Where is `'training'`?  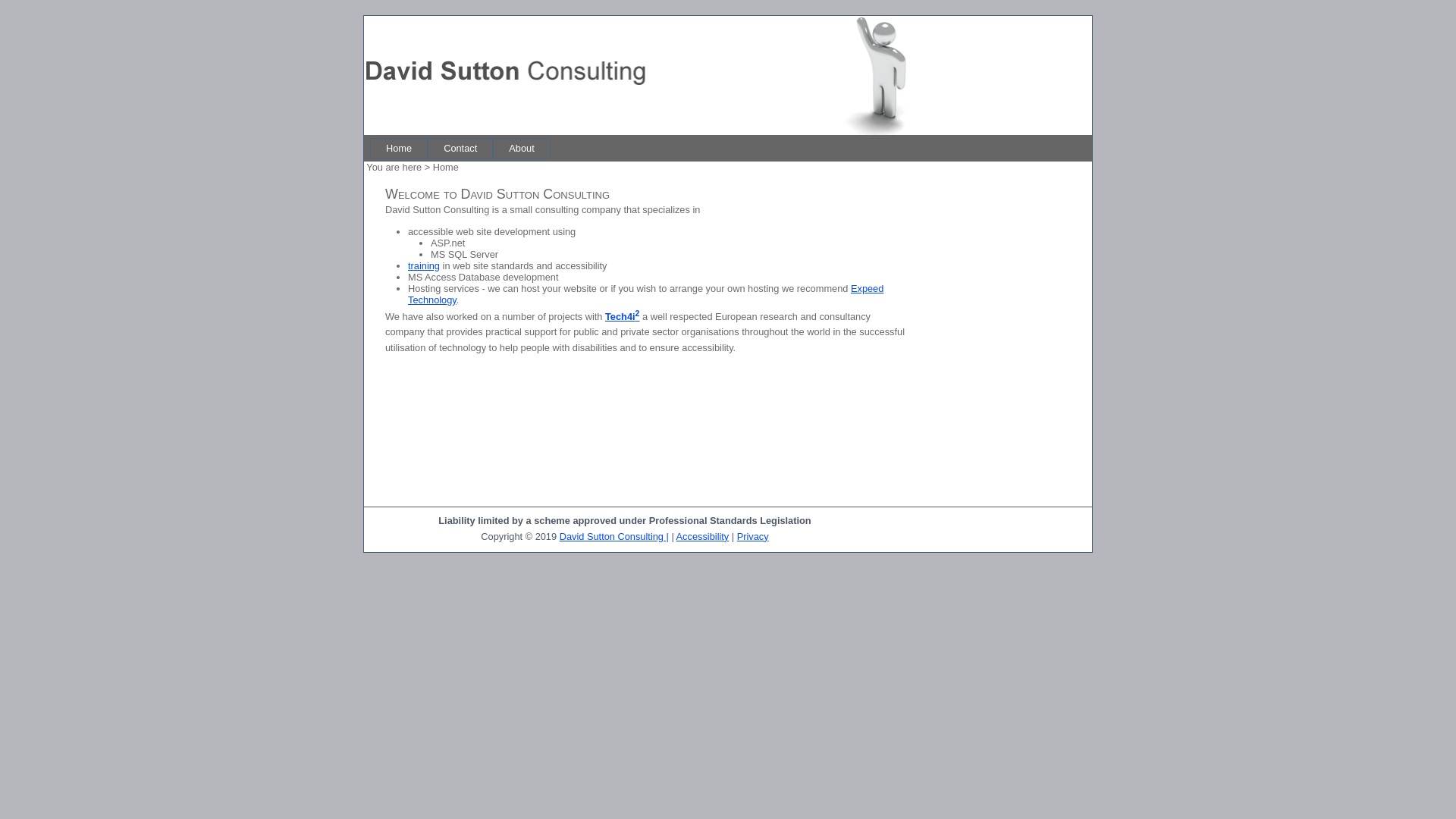 'training' is located at coordinates (423, 265).